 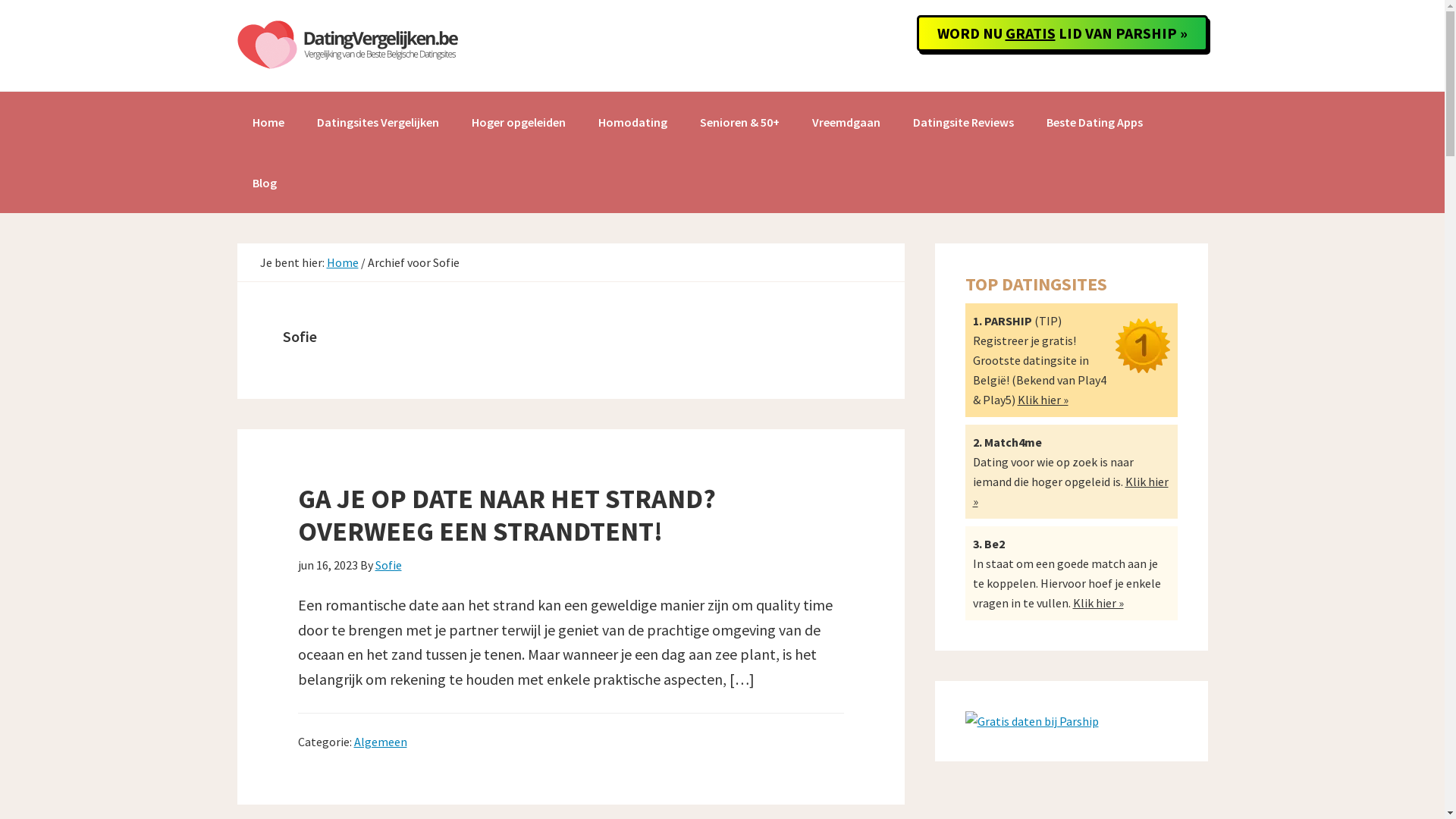 What do you see at coordinates (506, 513) in the screenshot?
I see `'GA JE OP DATE NAAR HET STRAND? OVERWEEG EEN STRANDTENT!'` at bounding box center [506, 513].